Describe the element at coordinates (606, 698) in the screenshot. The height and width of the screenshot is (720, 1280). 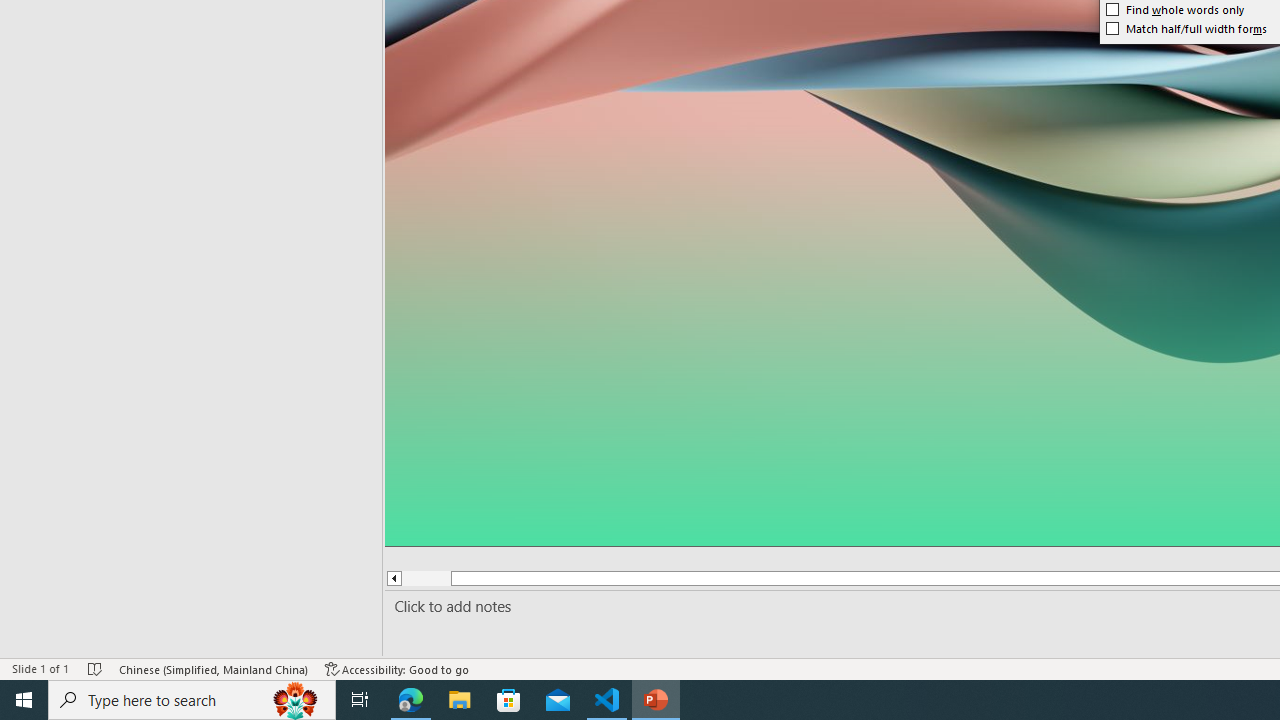
I see `'Visual Studio Code - 1 running window'` at that location.